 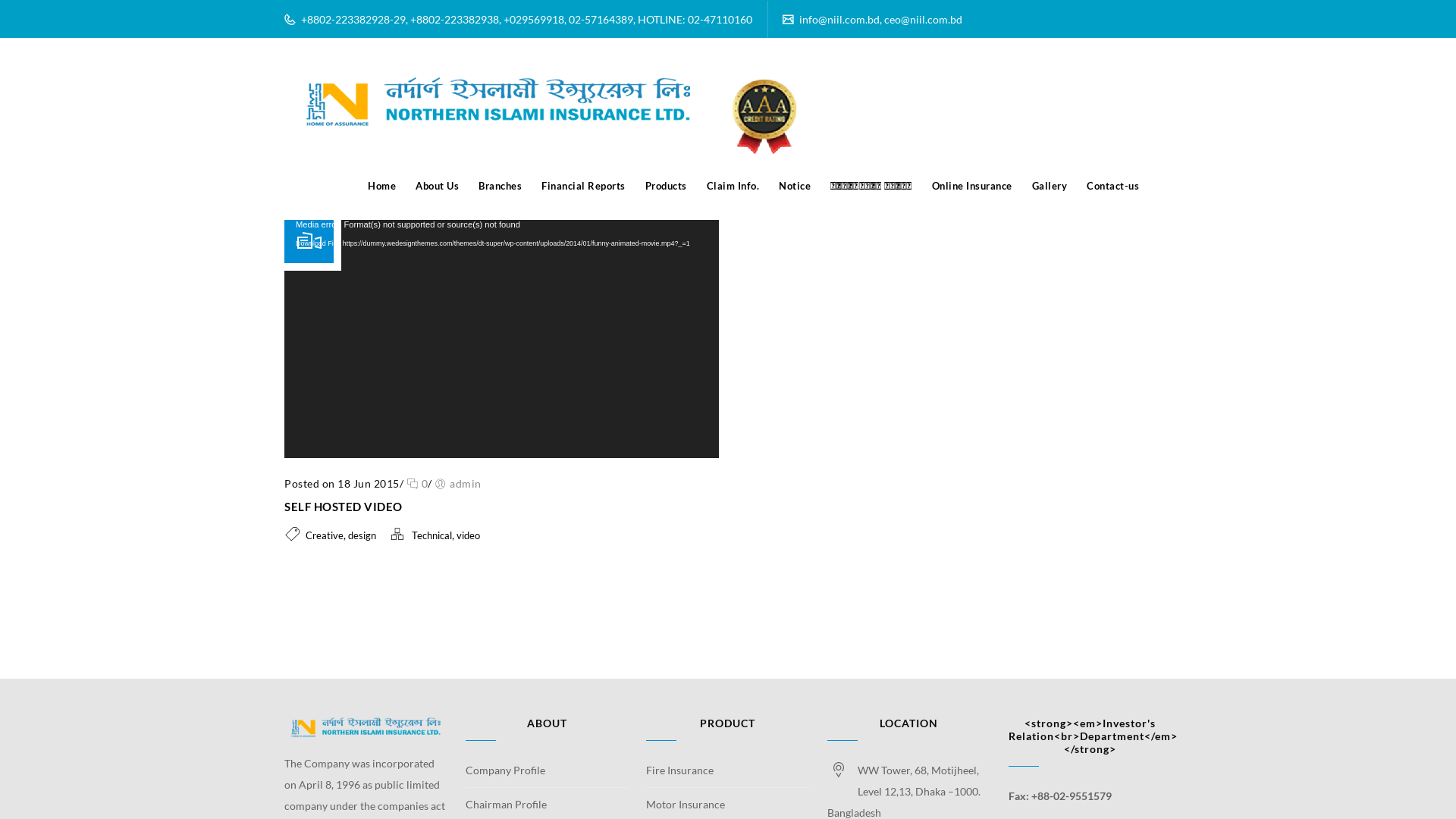 I want to click on 'Branches', so click(x=500, y=185).